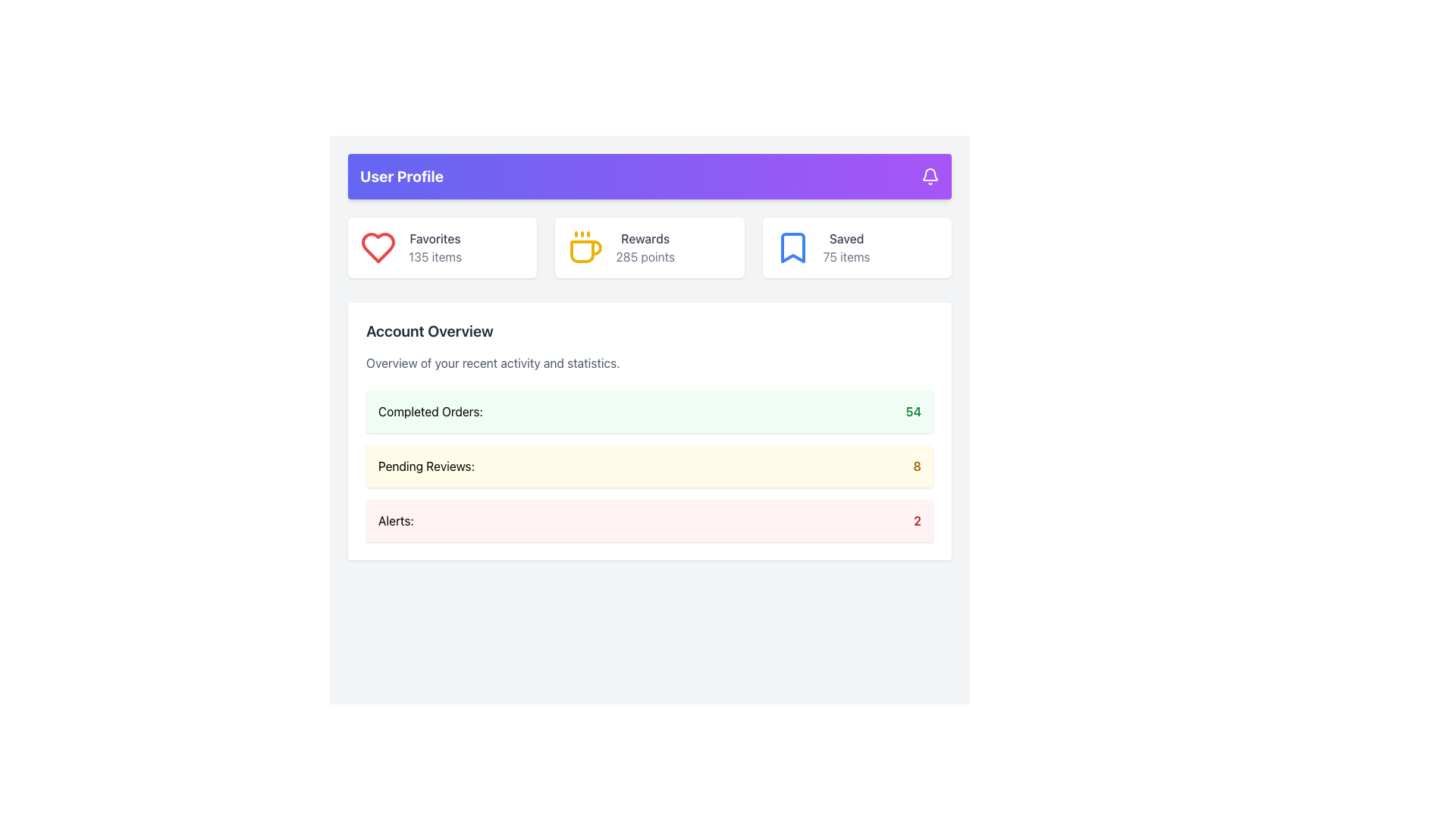  Describe the element at coordinates (792, 247) in the screenshot. I see `the blue bookmark icon located in the 'Saved' section, between 'Rewards' and '75 items'` at that location.